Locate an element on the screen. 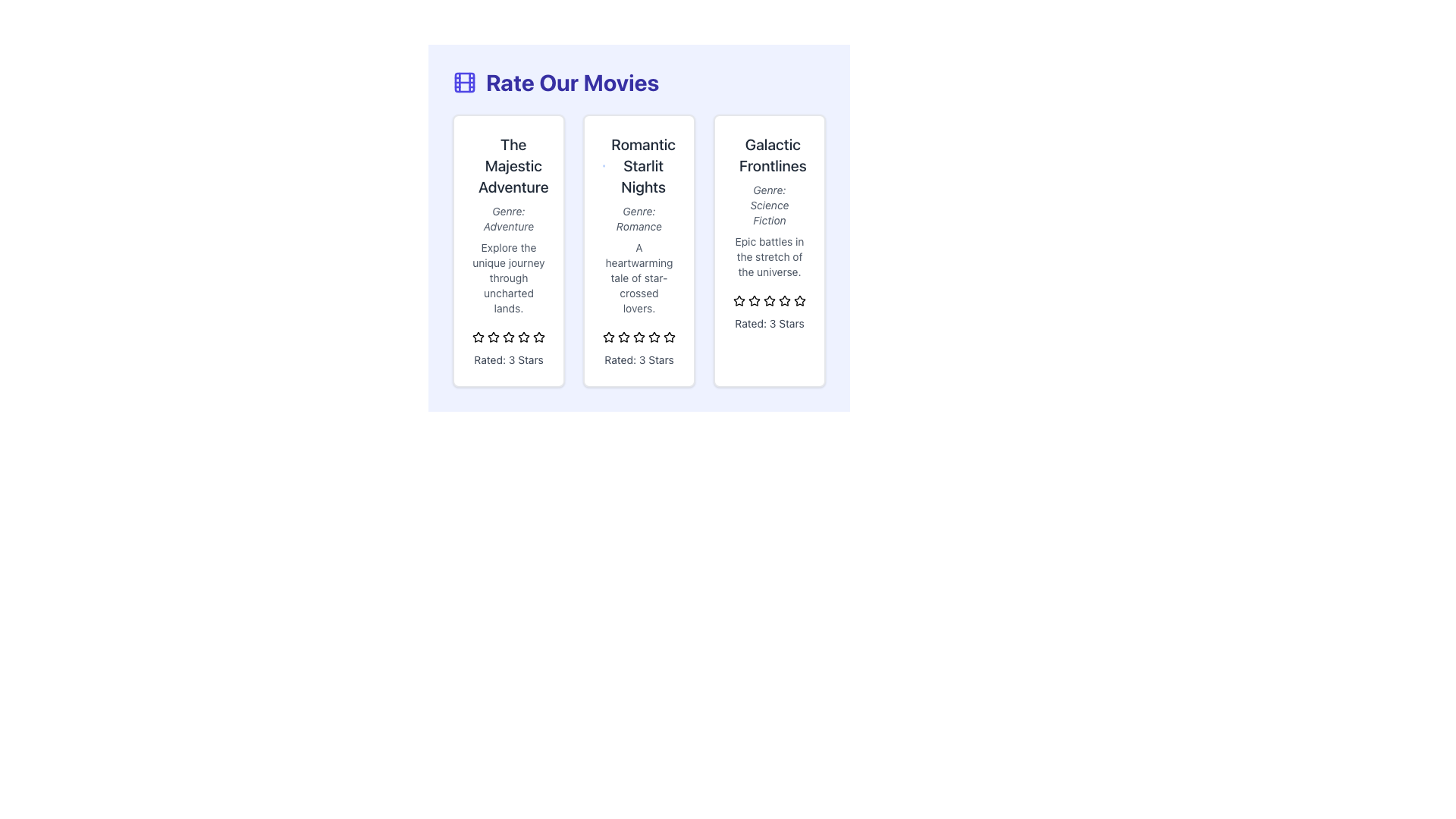  the first star icon in the five-star rating row below 'The Majestic Adventure' movie card is located at coordinates (477, 336).